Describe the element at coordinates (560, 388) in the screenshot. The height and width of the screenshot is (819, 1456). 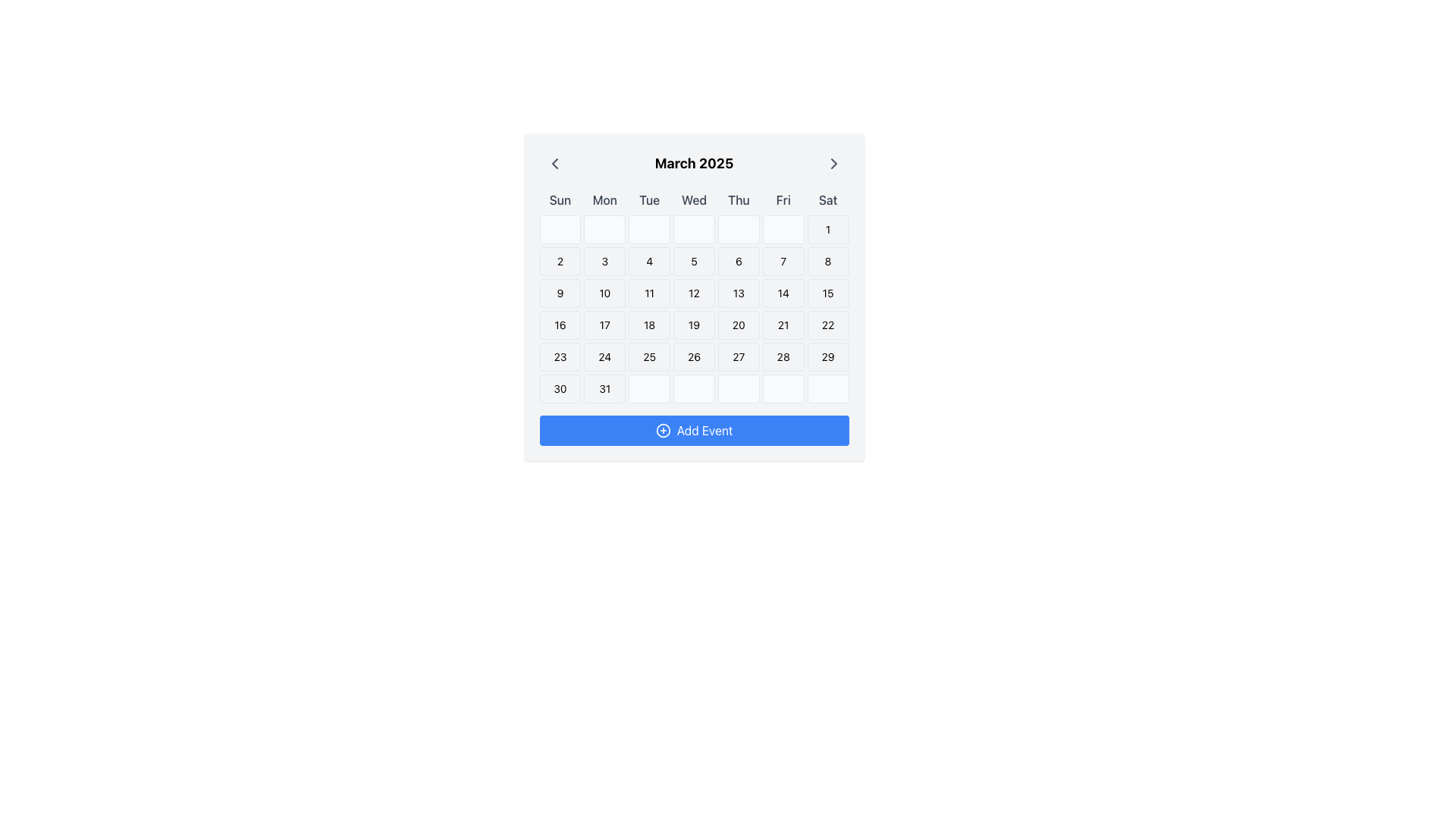
I see `the selectable calendar date cell displaying the number '30', located in the bottom row of the calendar layout` at that location.